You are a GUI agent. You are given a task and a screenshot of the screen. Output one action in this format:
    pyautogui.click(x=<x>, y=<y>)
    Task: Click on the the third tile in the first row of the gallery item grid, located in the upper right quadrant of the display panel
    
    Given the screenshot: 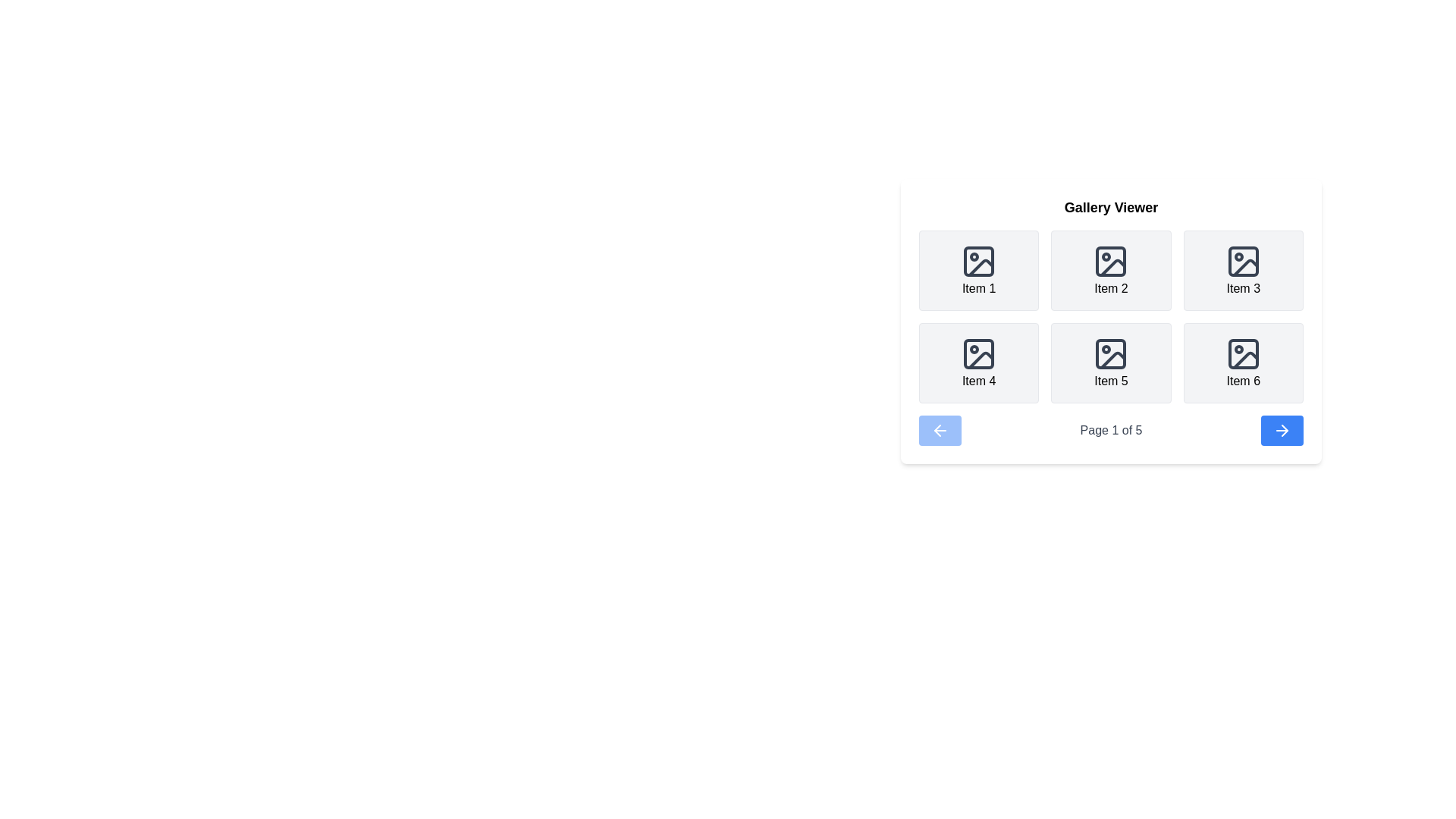 What is the action you would take?
    pyautogui.click(x=1243, y=270)
    